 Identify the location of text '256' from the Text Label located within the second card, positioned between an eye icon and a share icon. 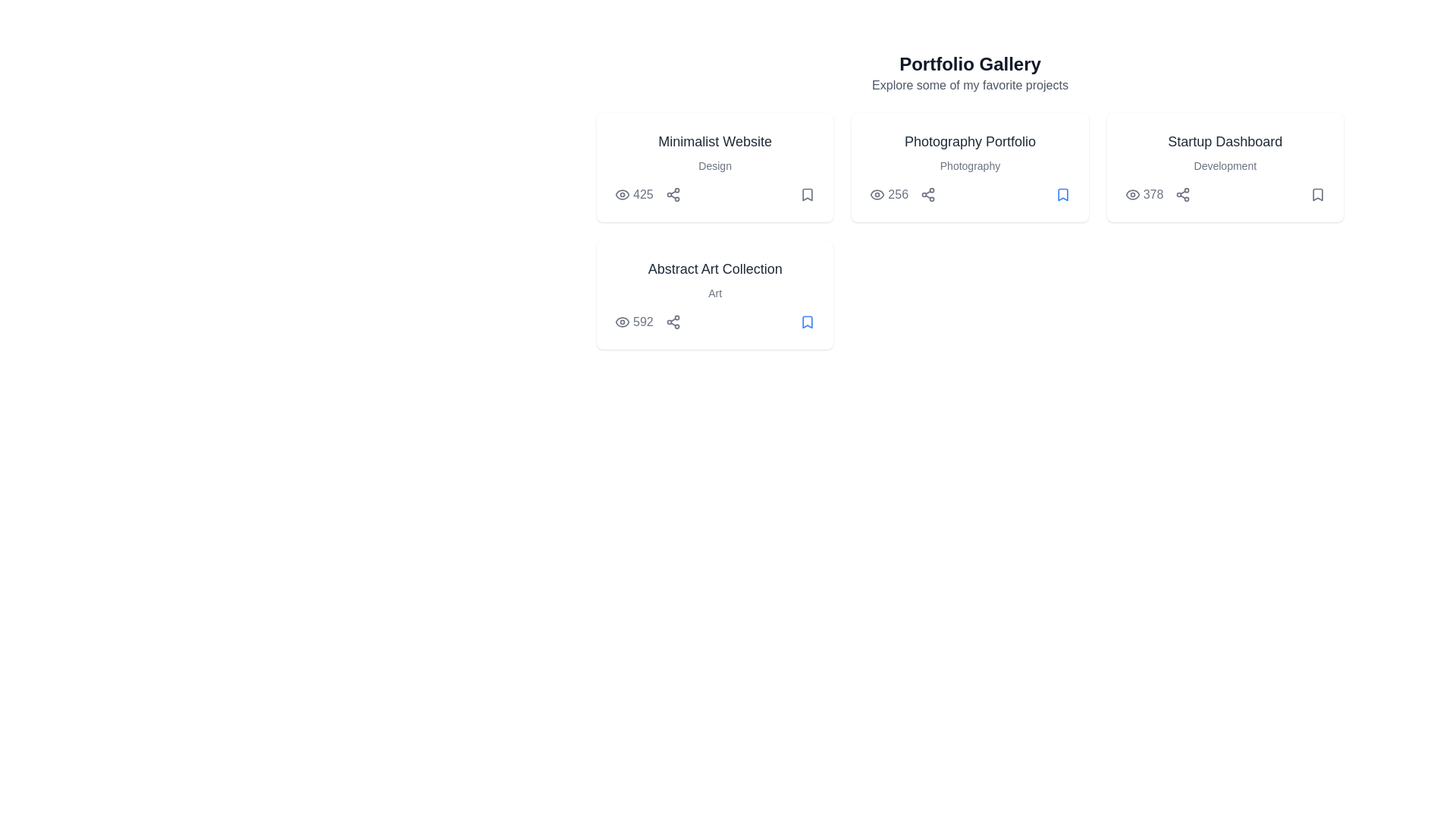
(902, 194).